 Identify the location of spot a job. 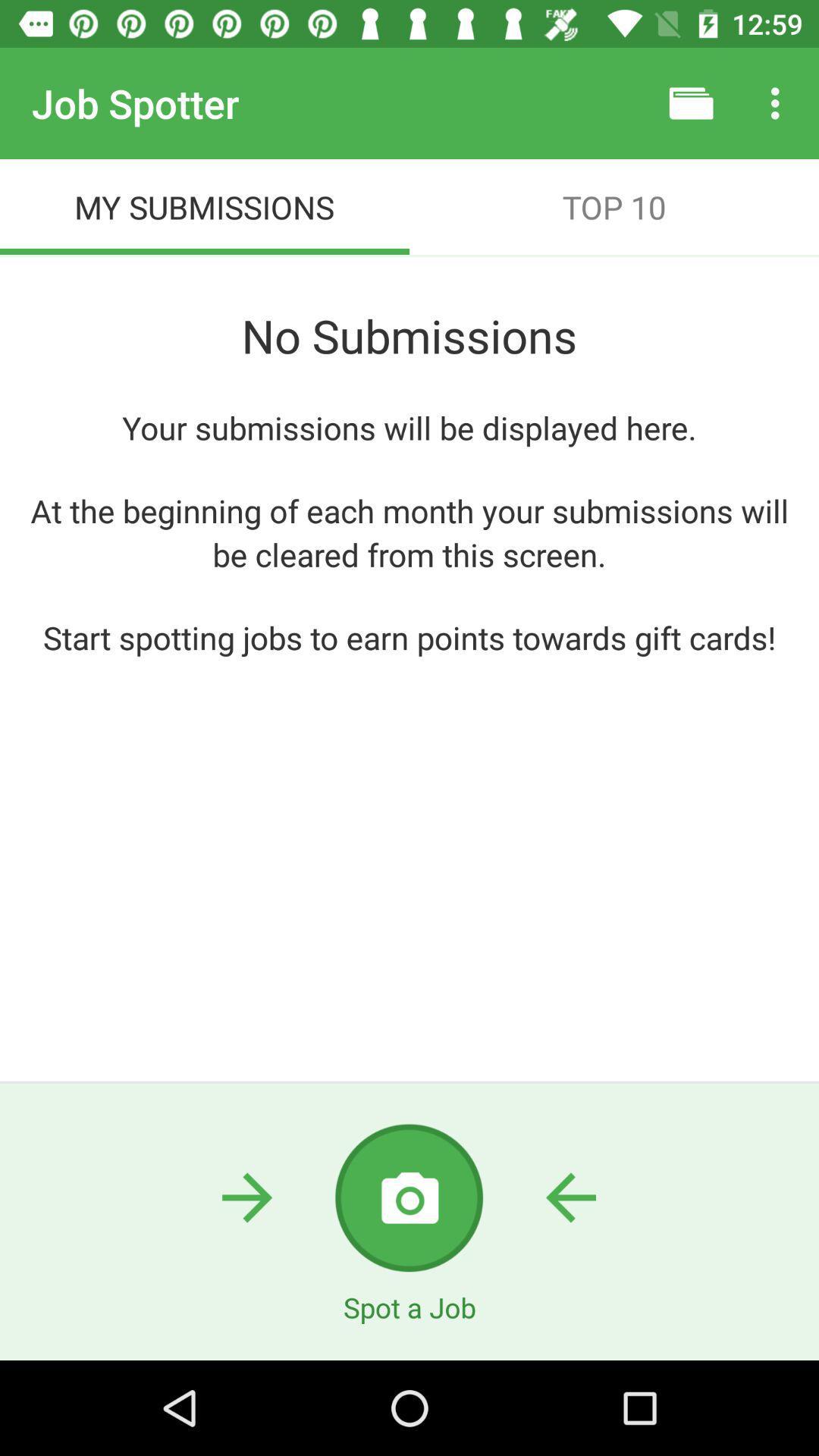
(408, 1197).